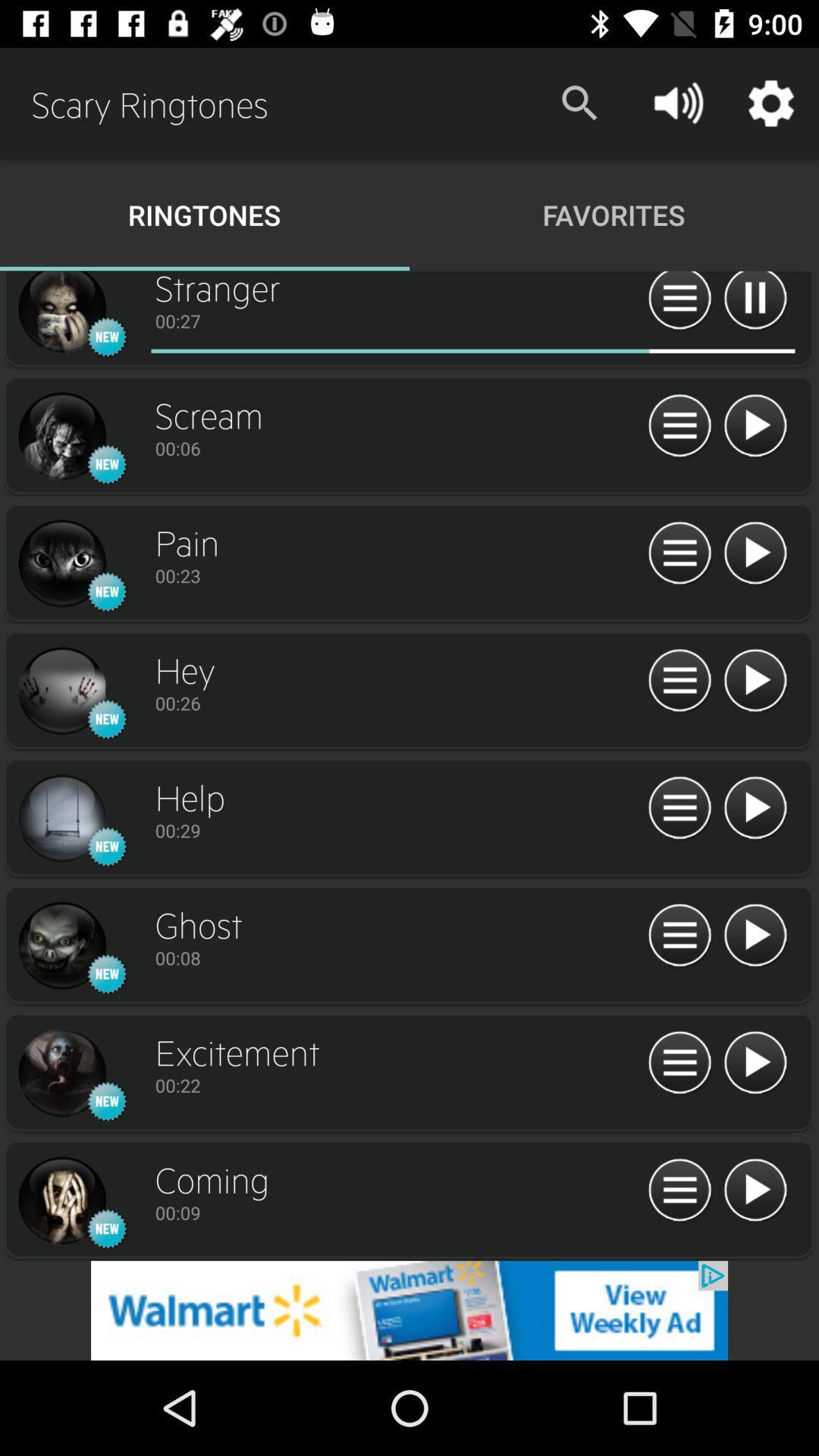  Describe the element at coordinates (679, 680) in the screenshot. I see `see ringtone details` at that location.